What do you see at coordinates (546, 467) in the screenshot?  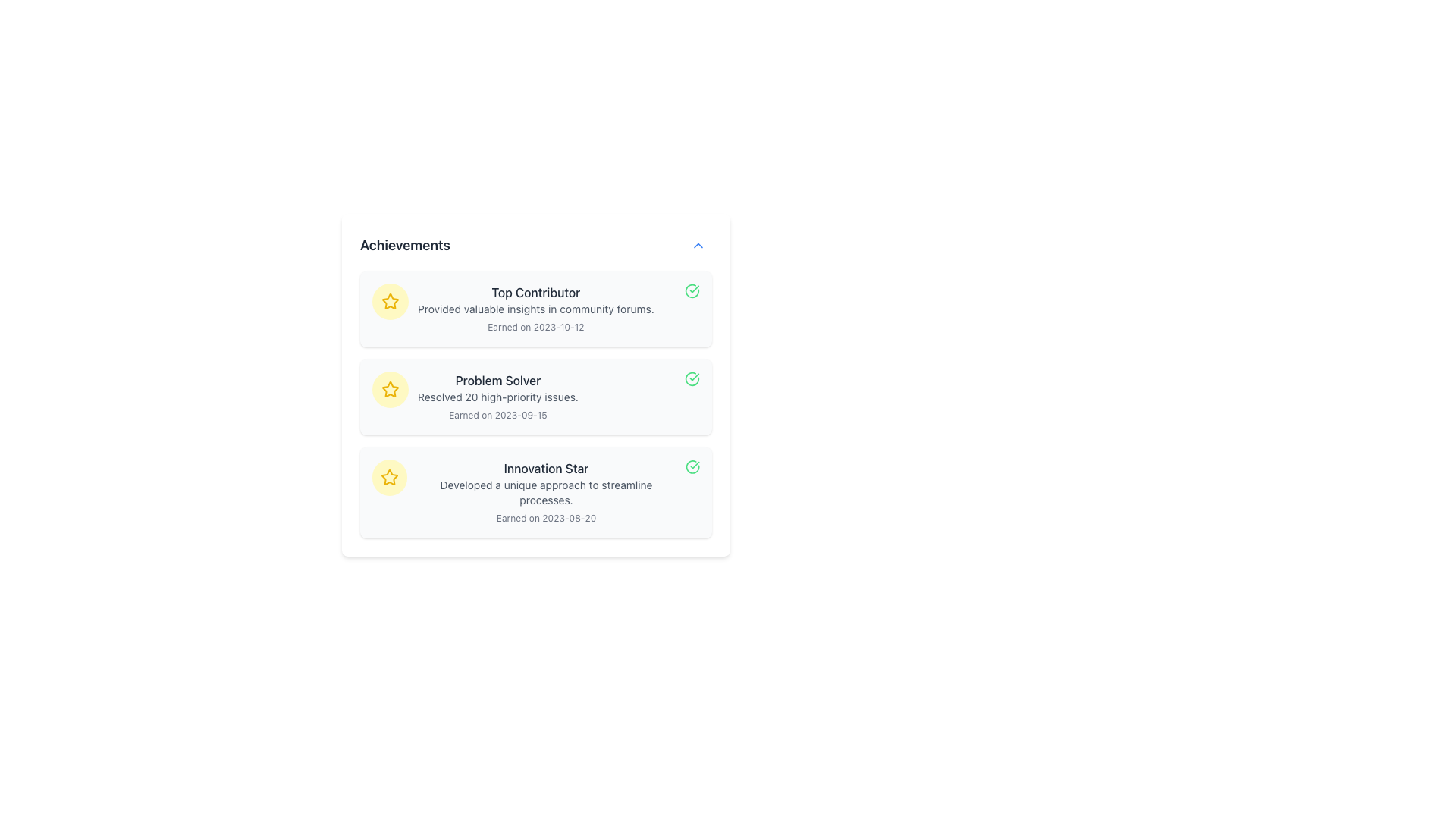 I see `text element that serves as the title for a specific achievement, located at the top of the achievement information block` at bounding box center [546, 467].